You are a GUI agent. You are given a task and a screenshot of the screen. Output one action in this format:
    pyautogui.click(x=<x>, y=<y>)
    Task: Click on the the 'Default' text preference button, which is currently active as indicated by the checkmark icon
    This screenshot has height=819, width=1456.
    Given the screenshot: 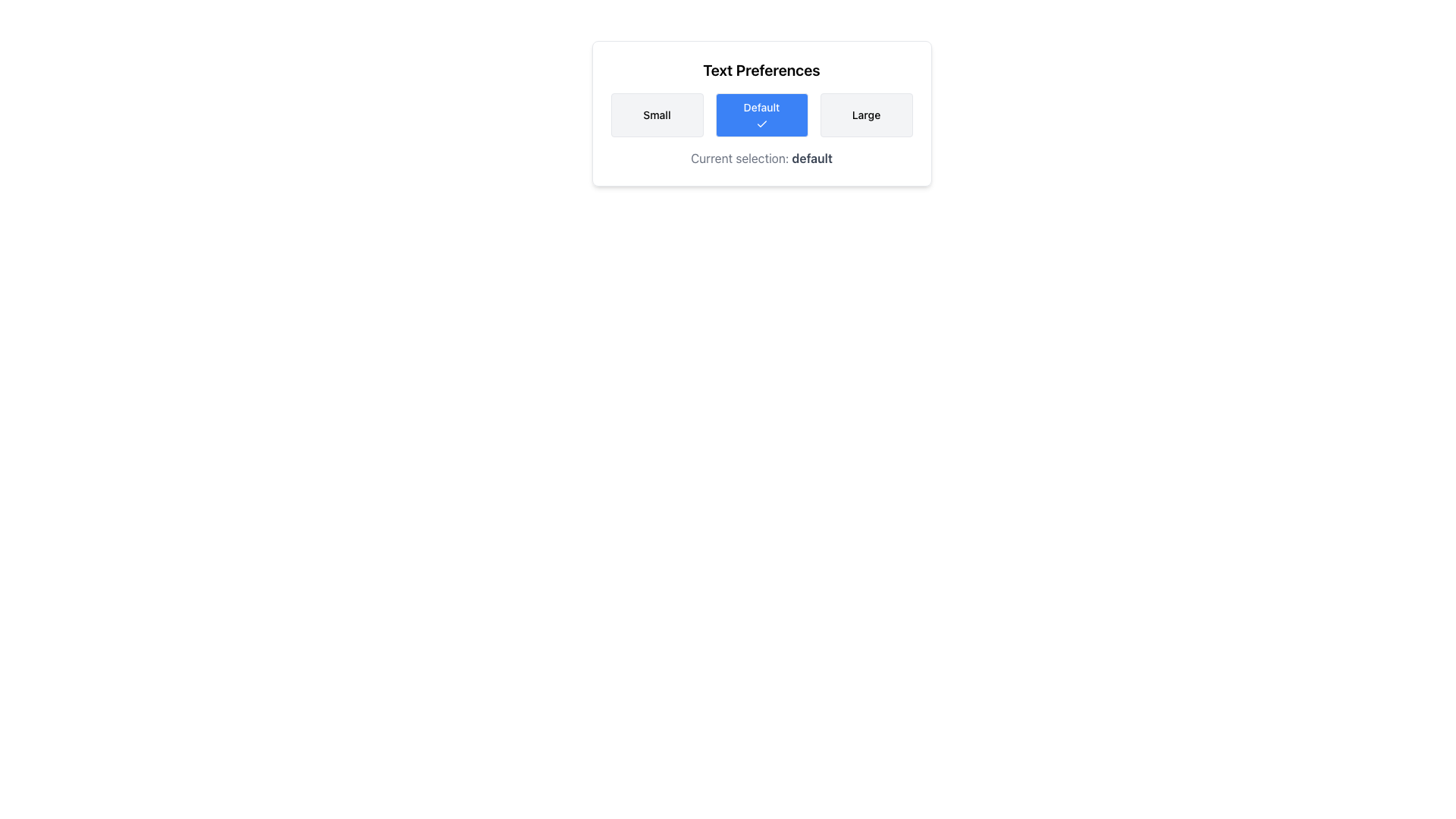 What is the action you would take?
    pyautogui.click(x=761, y=113)
    